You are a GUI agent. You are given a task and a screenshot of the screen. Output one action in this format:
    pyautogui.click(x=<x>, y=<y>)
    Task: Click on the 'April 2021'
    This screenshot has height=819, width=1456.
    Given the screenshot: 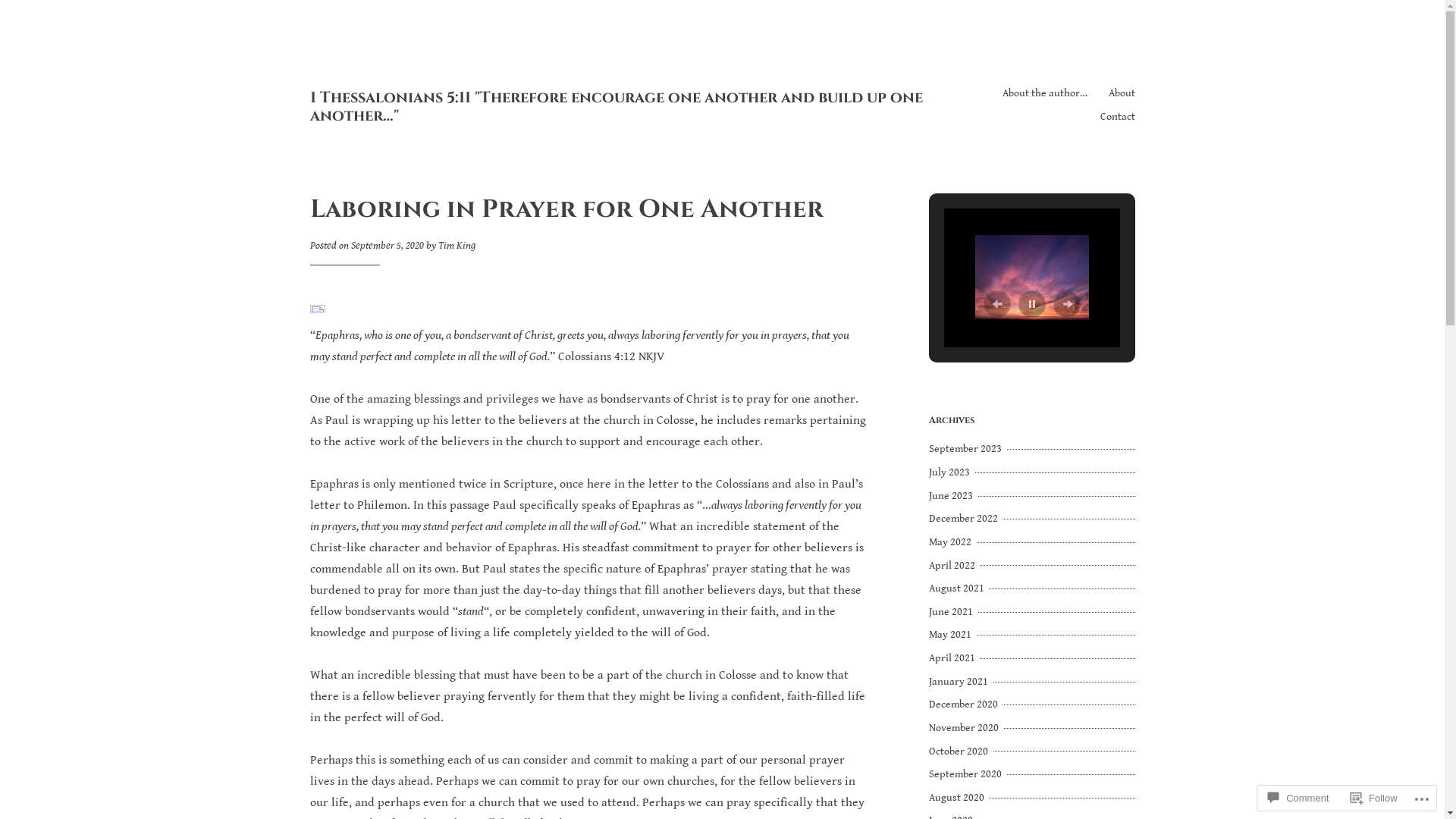 What is the action you would take?
    pyautogui.click(x=927, y=657)
    